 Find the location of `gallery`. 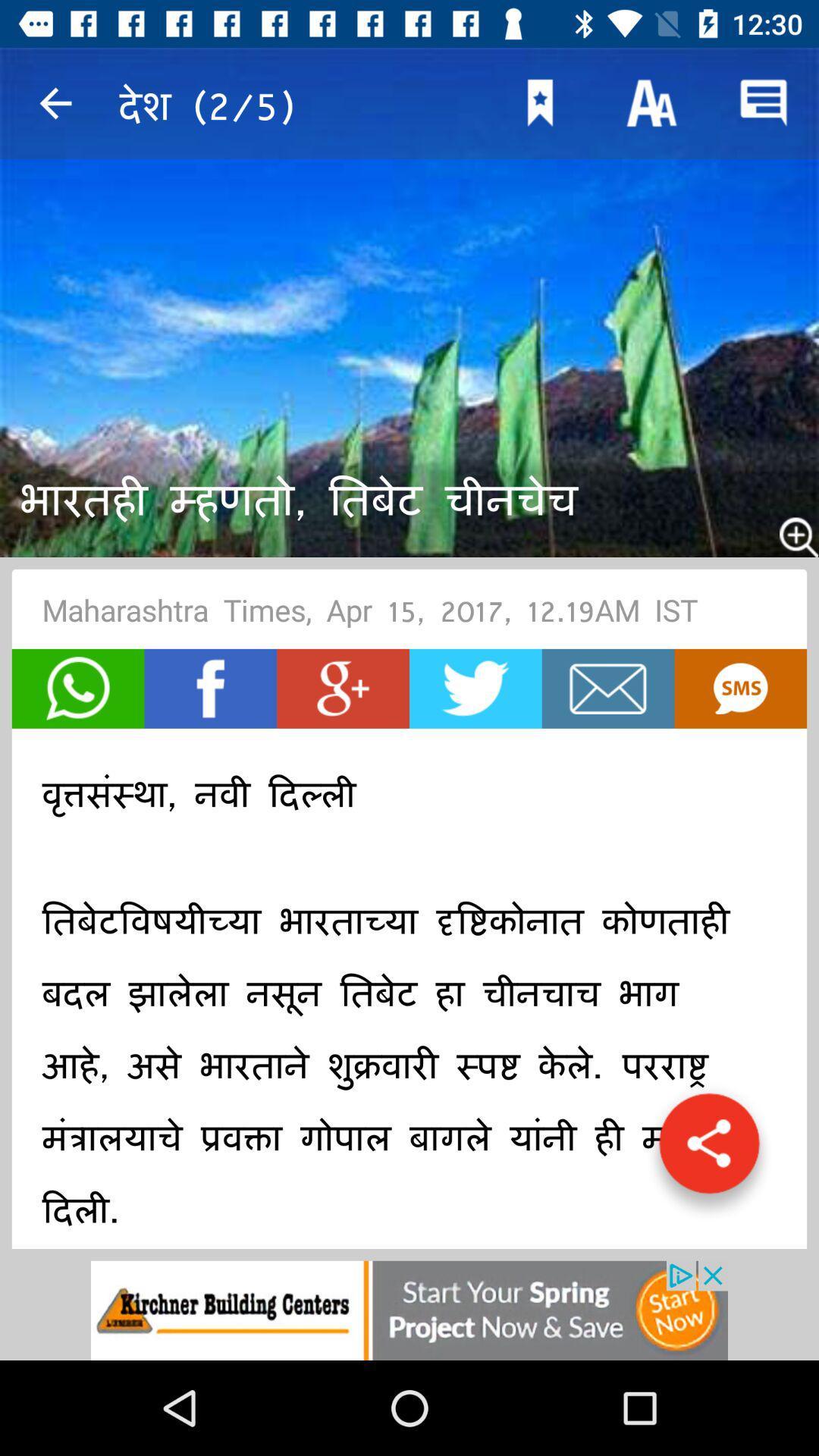

gallery is located at coordinates (709, 1151).